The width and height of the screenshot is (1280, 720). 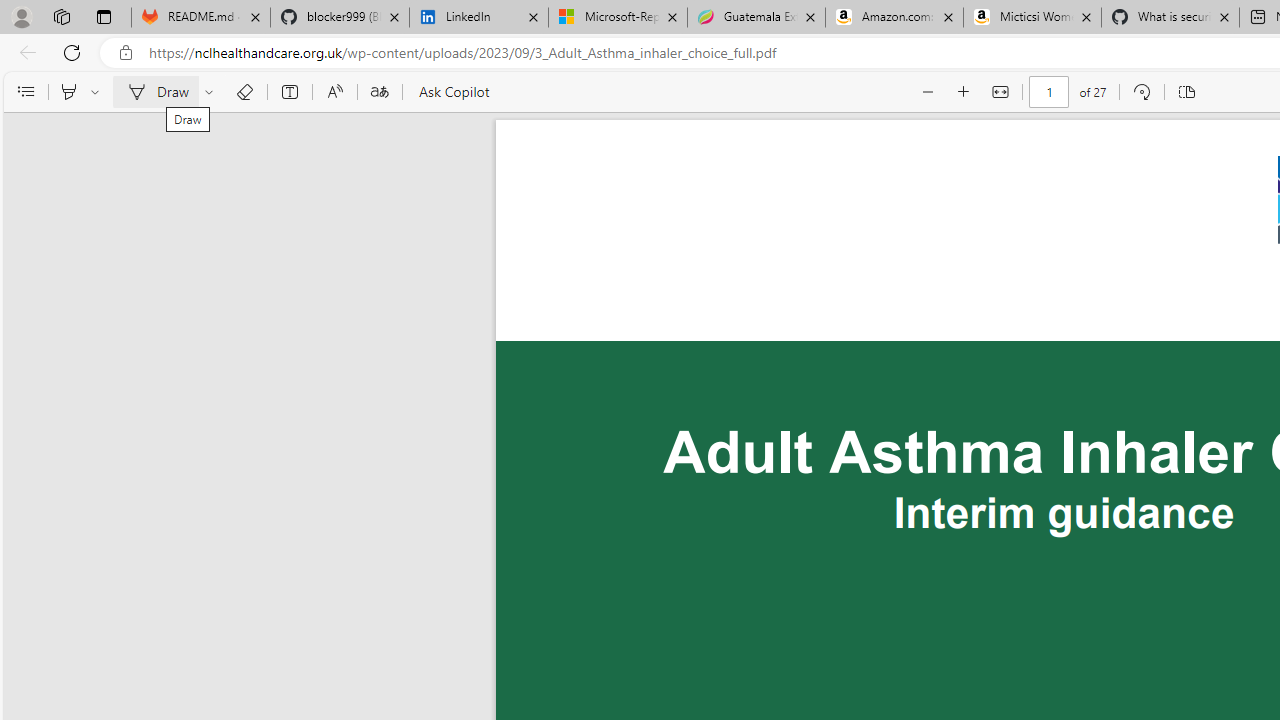 I want to click on 'Erase', so click(x=243, y=92).